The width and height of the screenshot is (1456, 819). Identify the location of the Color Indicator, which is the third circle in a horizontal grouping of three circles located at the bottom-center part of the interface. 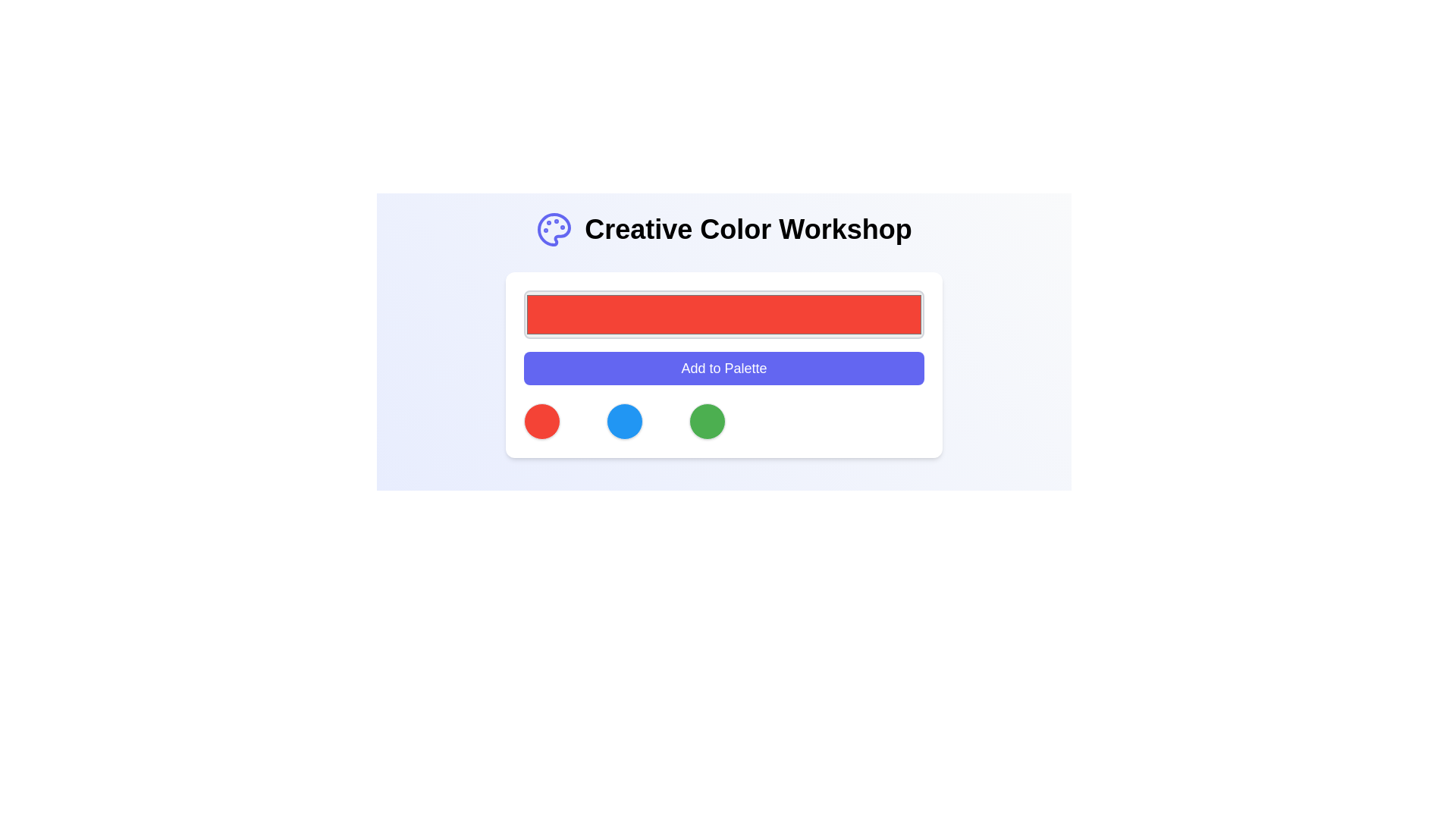
(706, 421).